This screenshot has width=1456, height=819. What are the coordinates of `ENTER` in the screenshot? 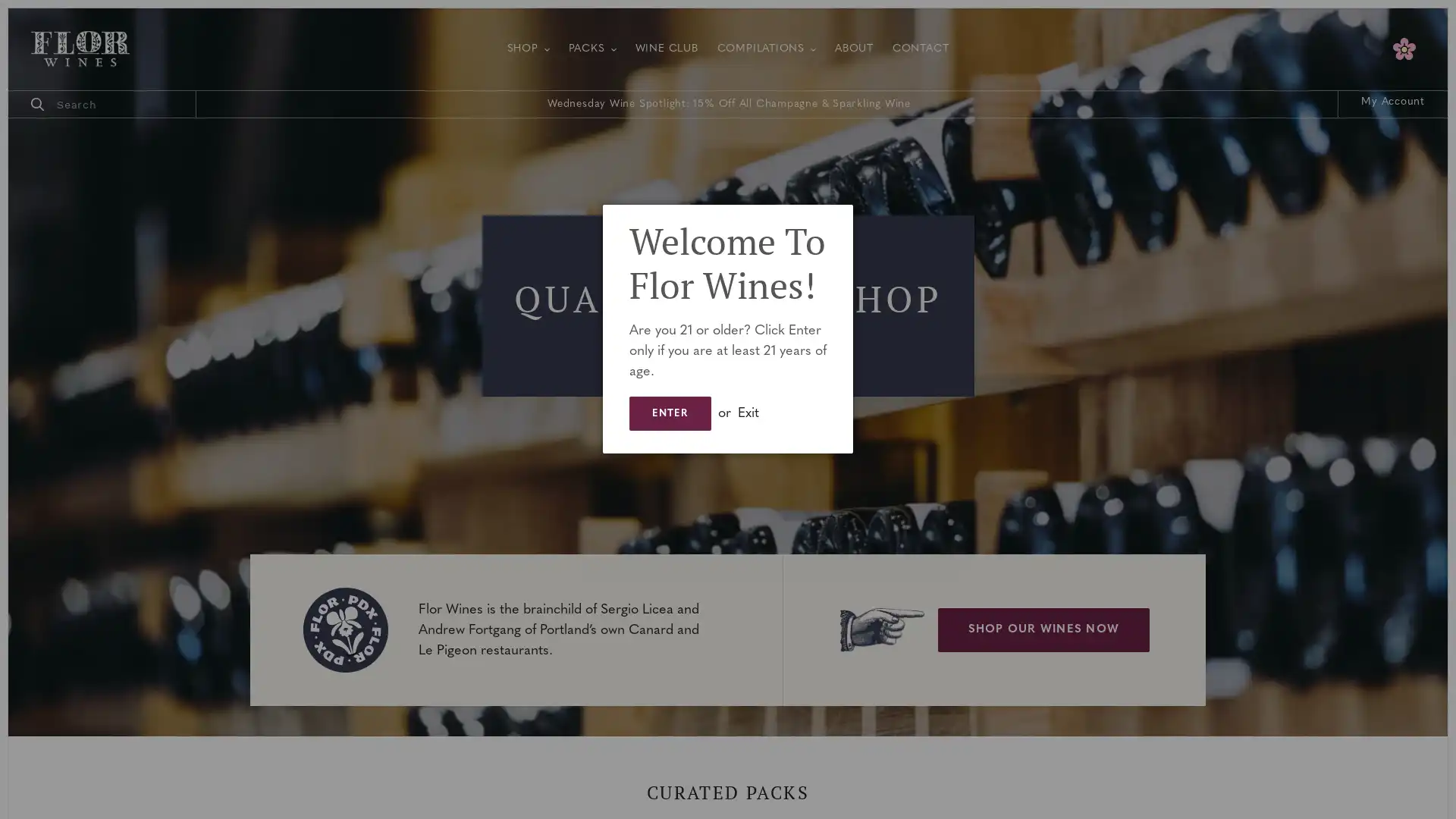 It's located at (669, 413).